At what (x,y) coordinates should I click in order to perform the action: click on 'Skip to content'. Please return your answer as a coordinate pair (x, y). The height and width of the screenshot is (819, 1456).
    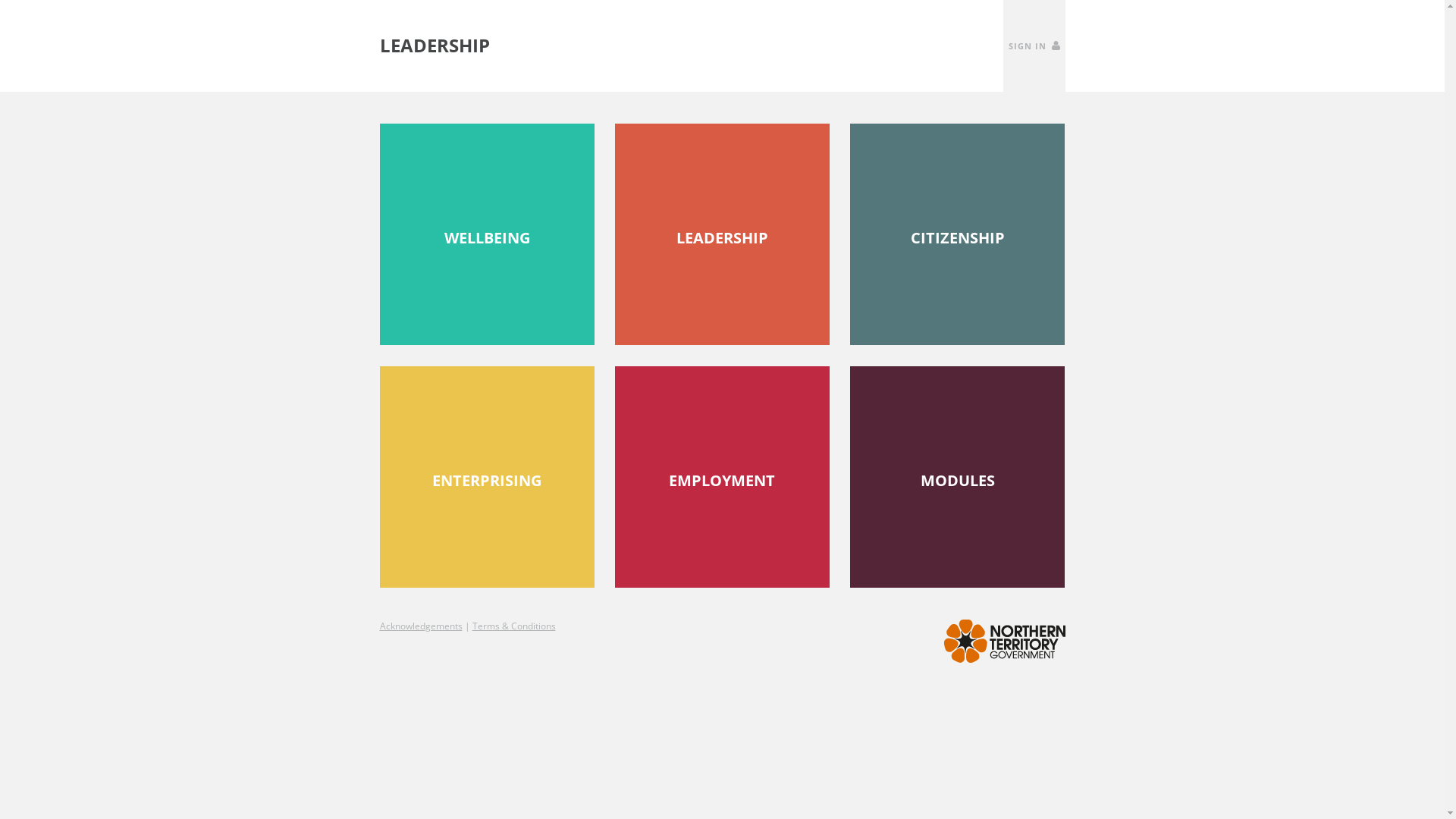
    Looking at the image, I should click on (0, 0).